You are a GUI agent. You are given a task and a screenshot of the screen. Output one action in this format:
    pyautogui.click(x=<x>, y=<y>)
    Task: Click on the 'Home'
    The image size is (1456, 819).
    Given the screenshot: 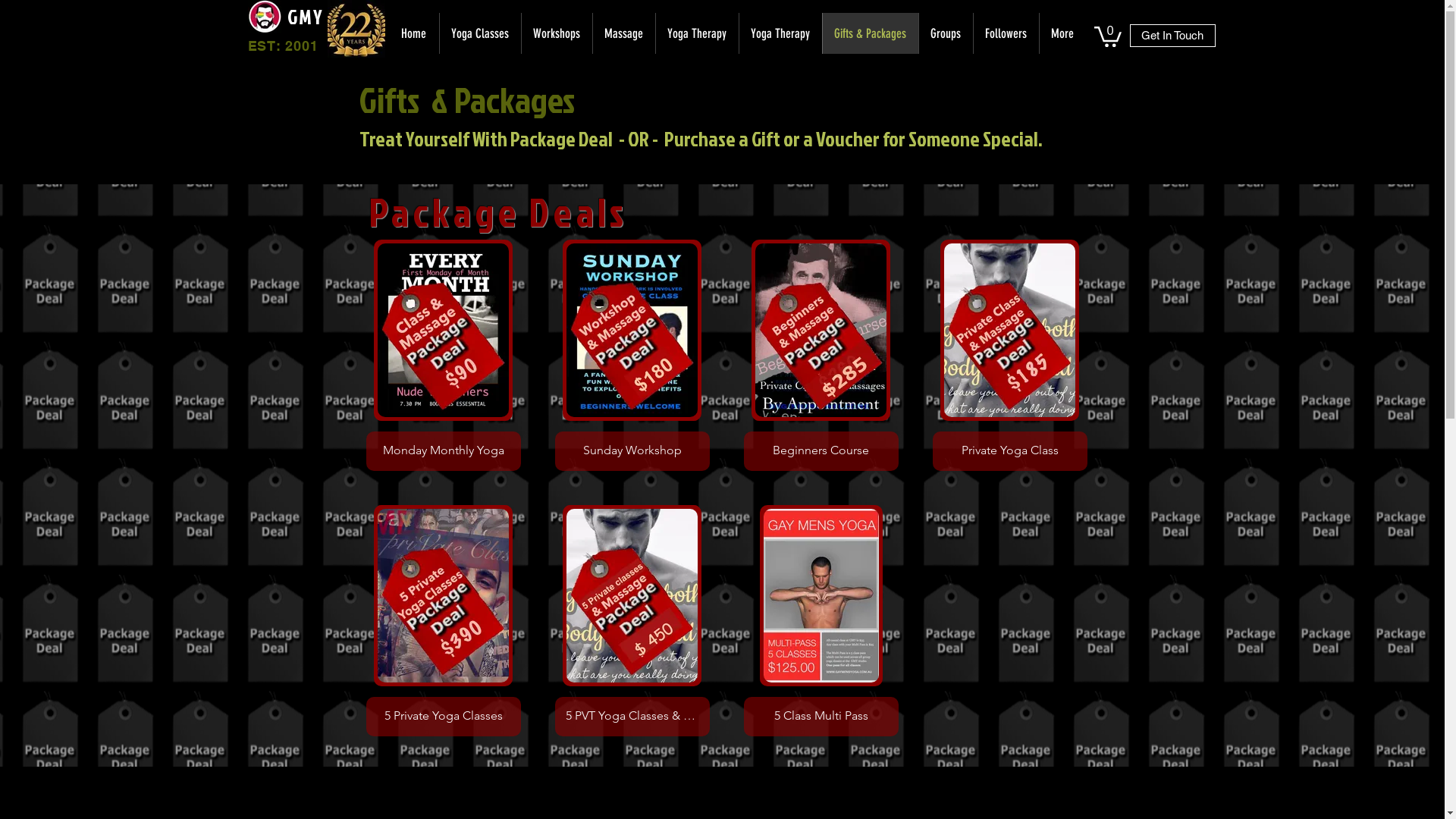 What is the action you would take?
    pyautogui.click(x=414, y=33)
    